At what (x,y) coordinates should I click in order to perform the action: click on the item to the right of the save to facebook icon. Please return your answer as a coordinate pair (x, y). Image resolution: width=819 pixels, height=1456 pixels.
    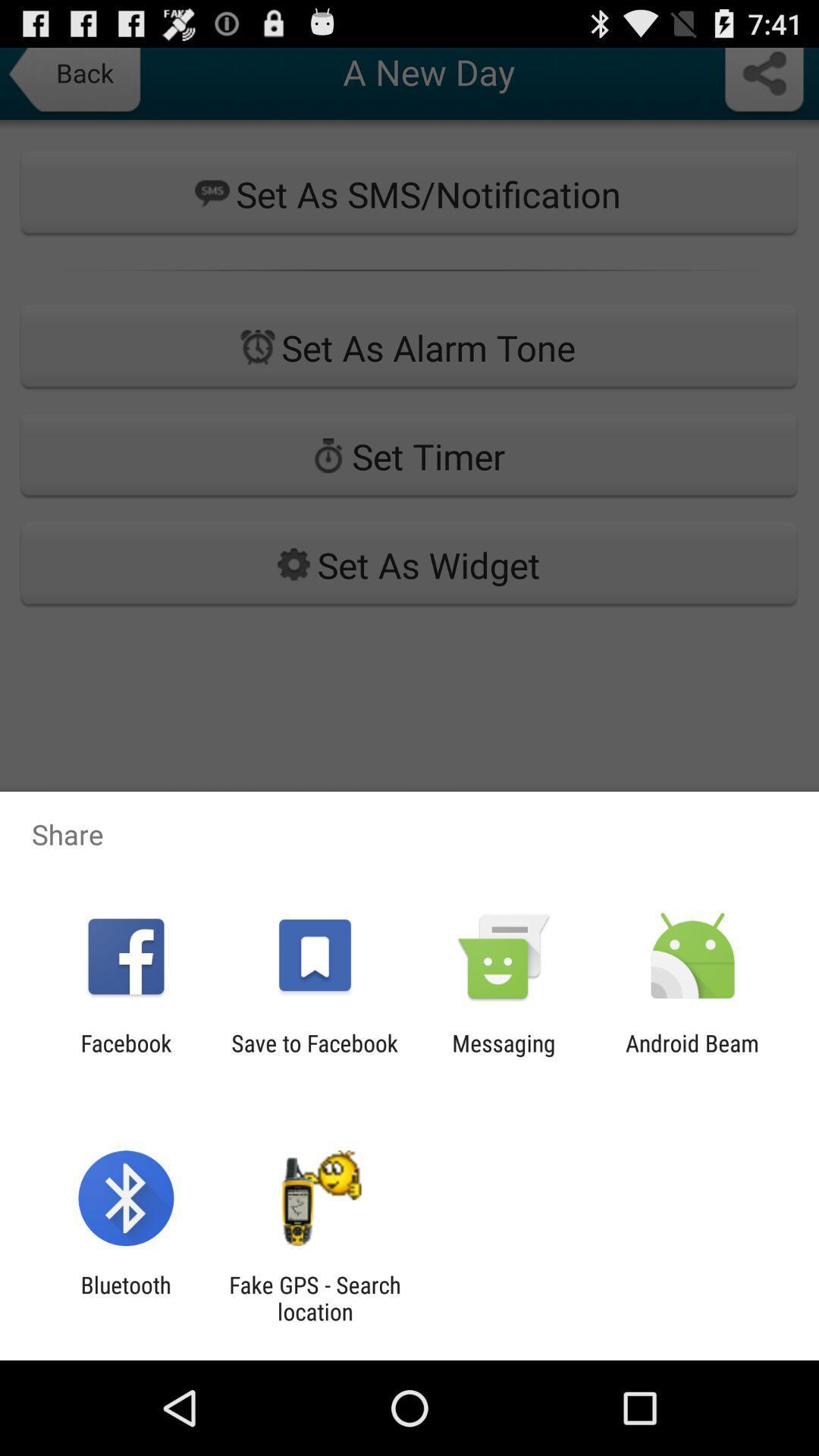
    Looking at the image, I should click on (504, 1056).